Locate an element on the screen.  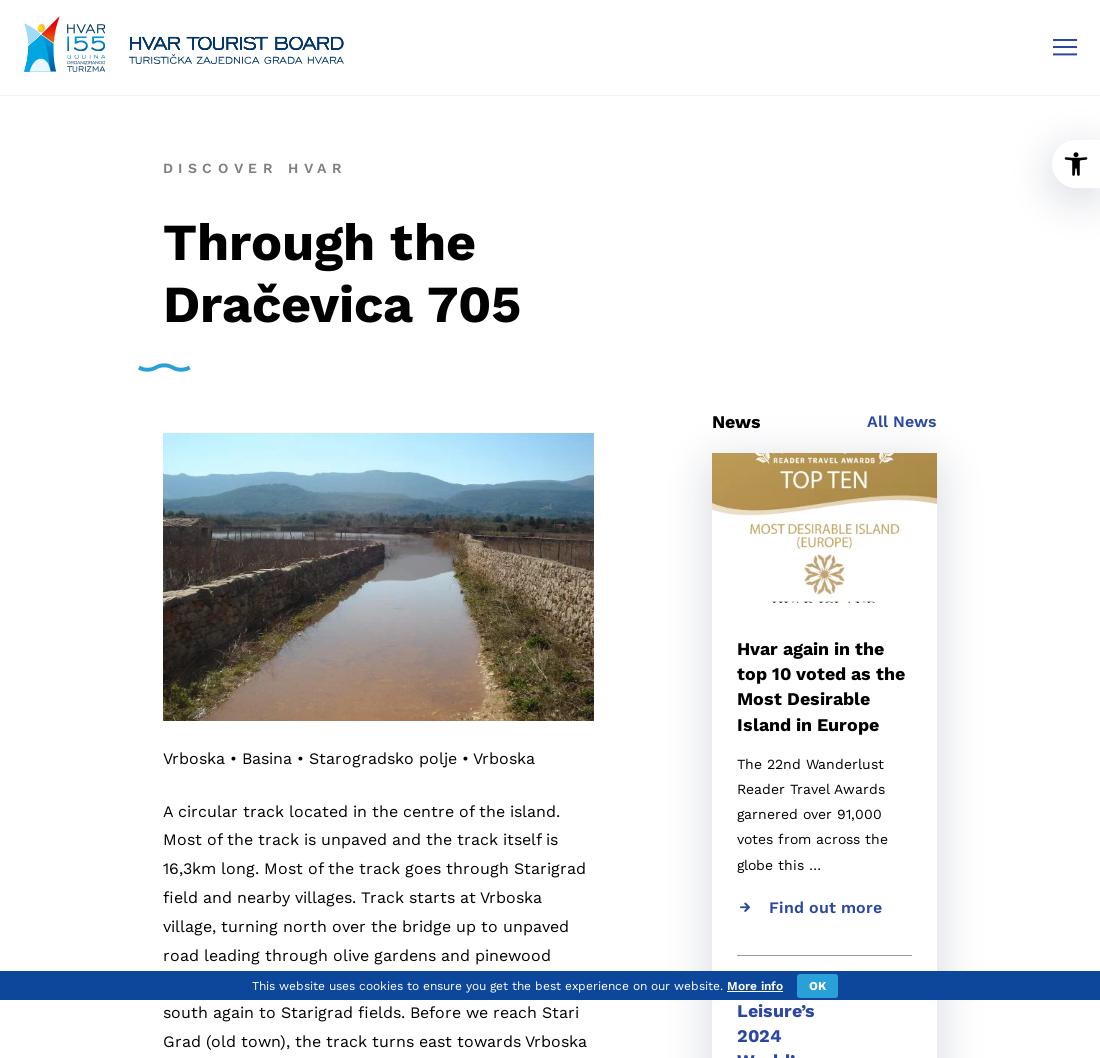
'All News' is located at coordinates (902, 421).